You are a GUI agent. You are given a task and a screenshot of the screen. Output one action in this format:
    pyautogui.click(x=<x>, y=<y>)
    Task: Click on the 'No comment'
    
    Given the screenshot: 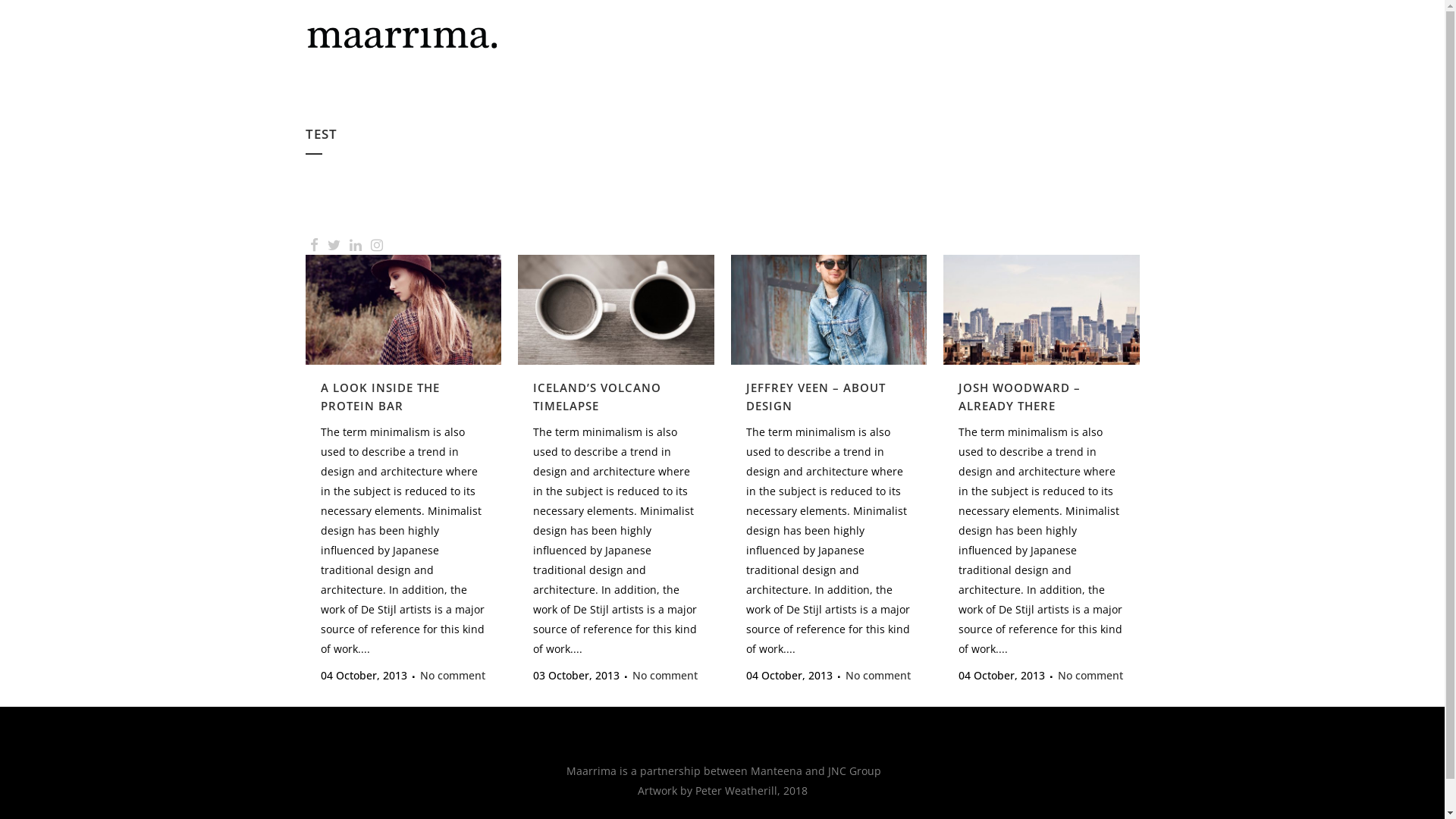 What is the action you would take?
    pyautogui.click(x=451, y=675)
    